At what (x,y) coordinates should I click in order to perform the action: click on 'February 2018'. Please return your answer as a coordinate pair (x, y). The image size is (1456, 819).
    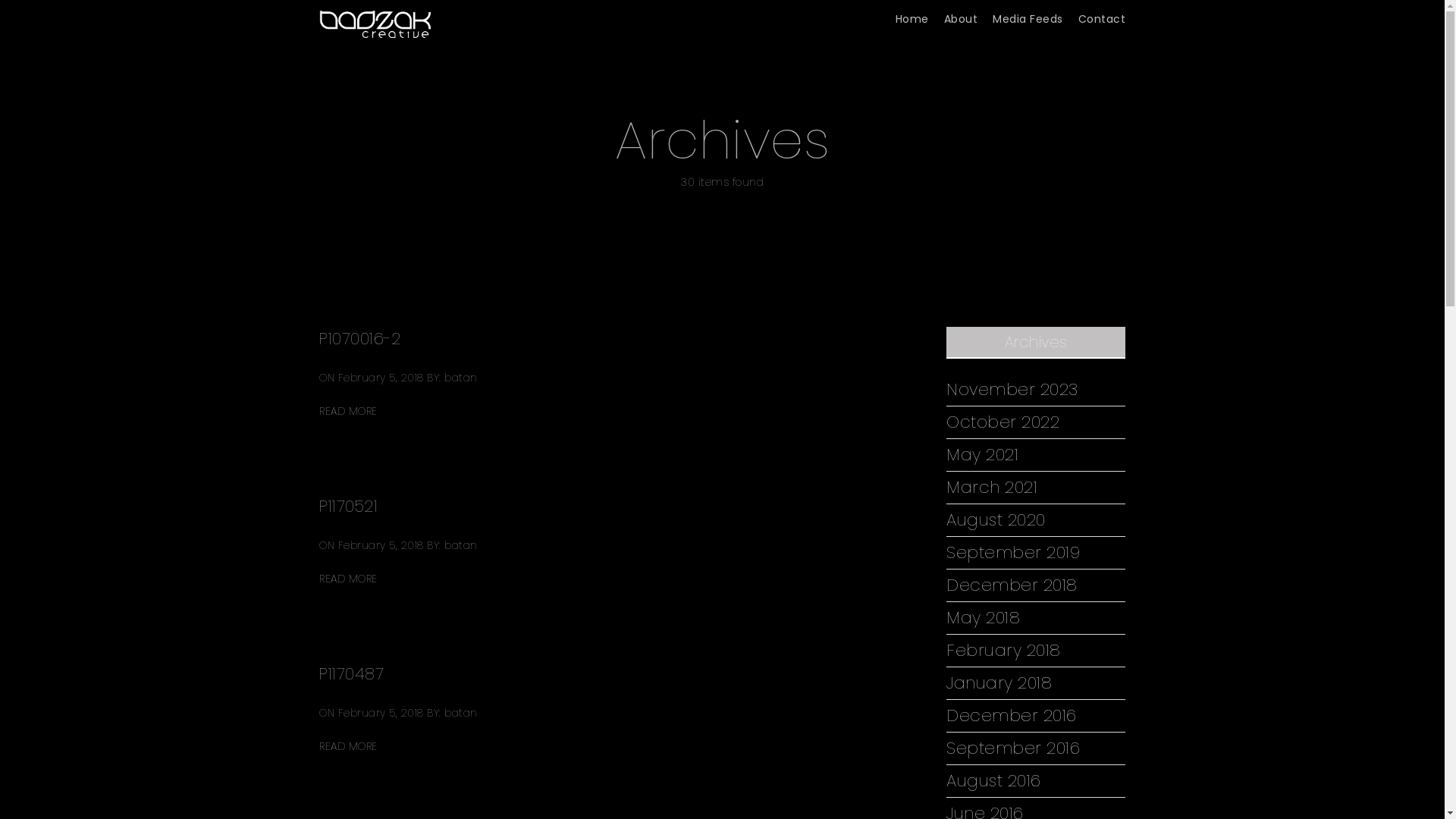
    Looking at the image, I should click on (1003, 649).